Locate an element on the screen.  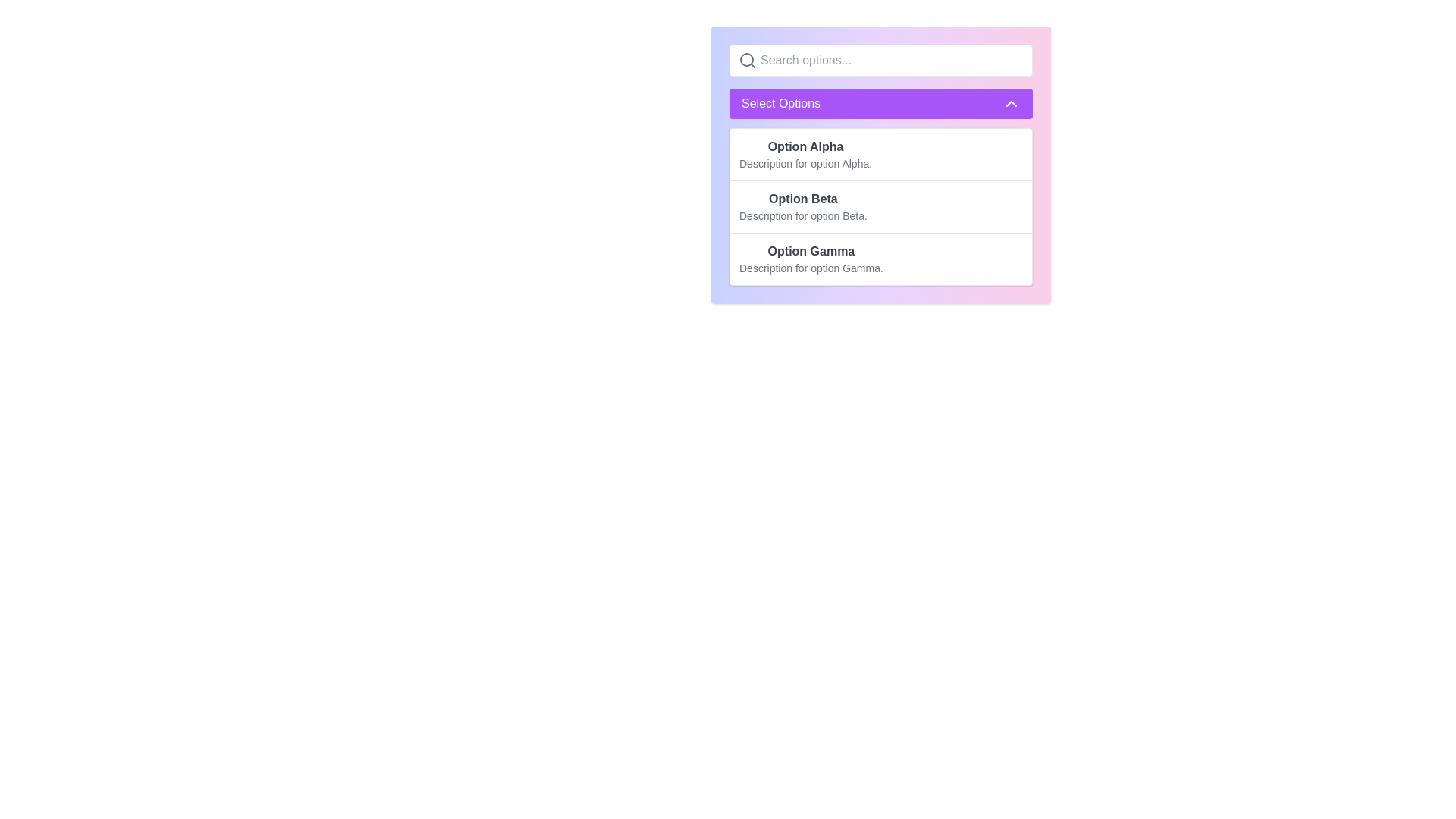
the chevron arrow icon located in the top right corner of the purple 'Select Options' button is located at coordinates (1012, 103).